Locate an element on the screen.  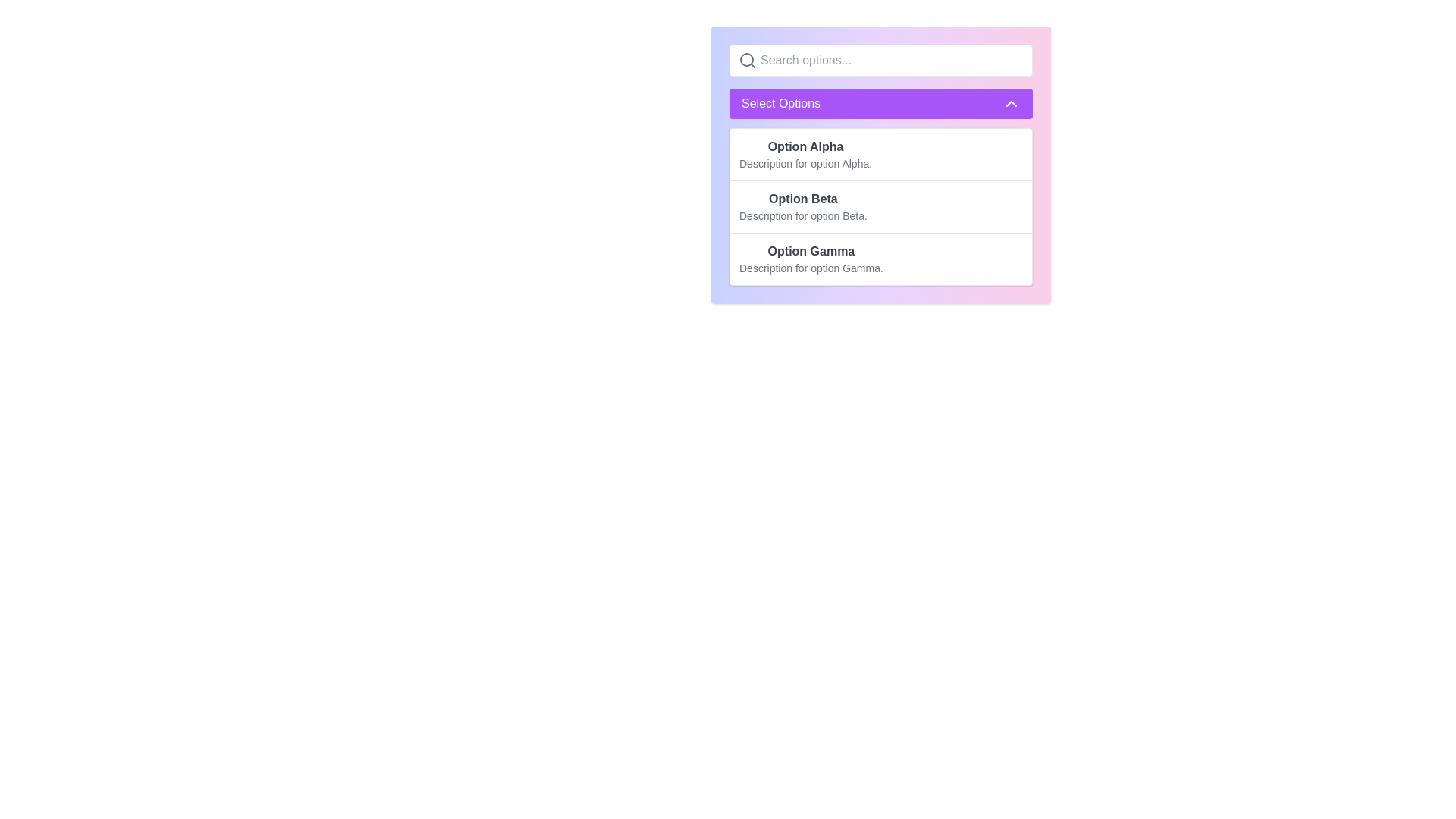
the chevron arrow icon located in the top right corner of the purple 'Select Options' button is located at coordinates (1012, 103).